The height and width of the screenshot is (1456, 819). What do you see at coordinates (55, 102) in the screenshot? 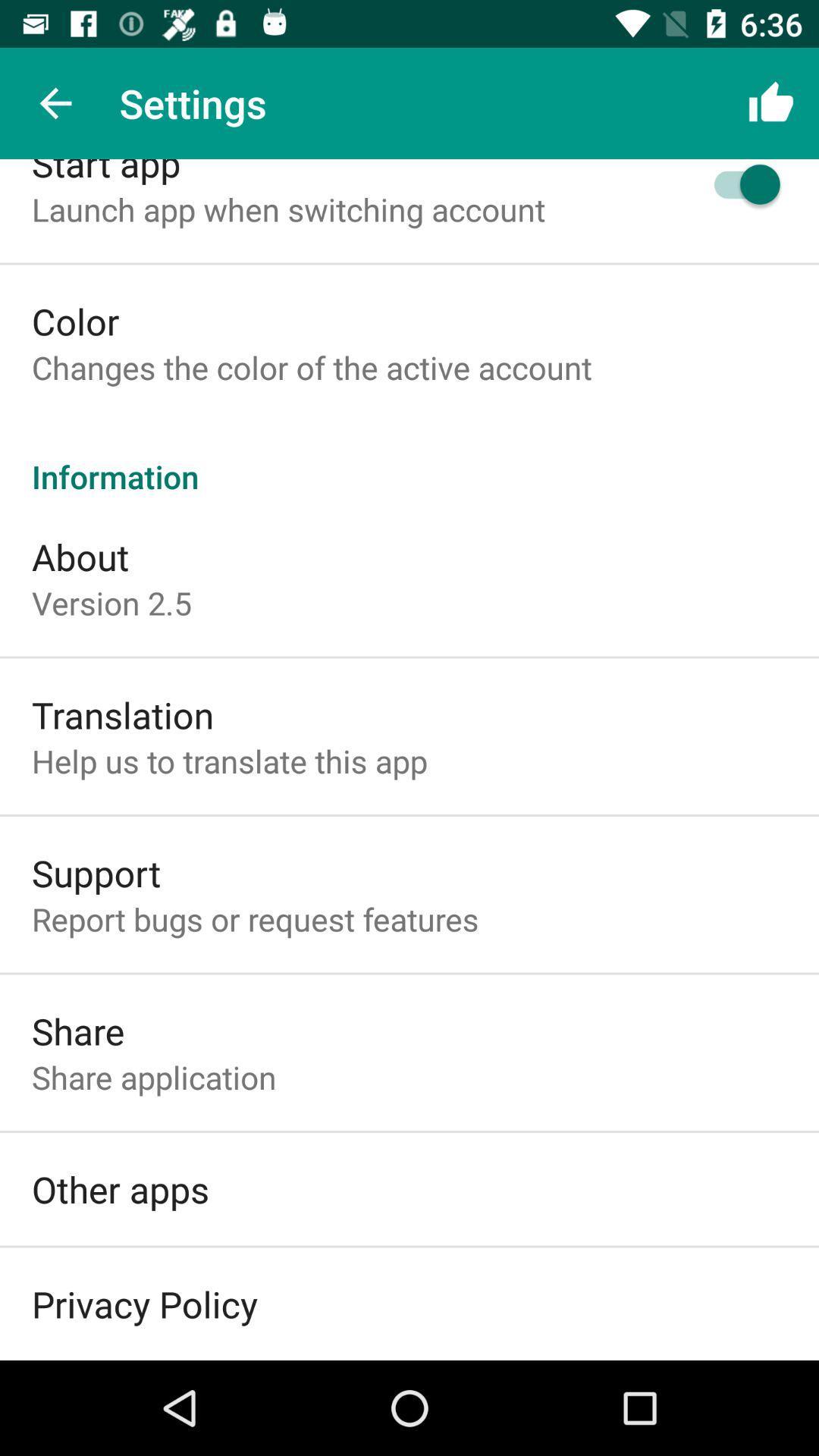
I see `icon to the left of the settings app` at bounding box center [55, 102].